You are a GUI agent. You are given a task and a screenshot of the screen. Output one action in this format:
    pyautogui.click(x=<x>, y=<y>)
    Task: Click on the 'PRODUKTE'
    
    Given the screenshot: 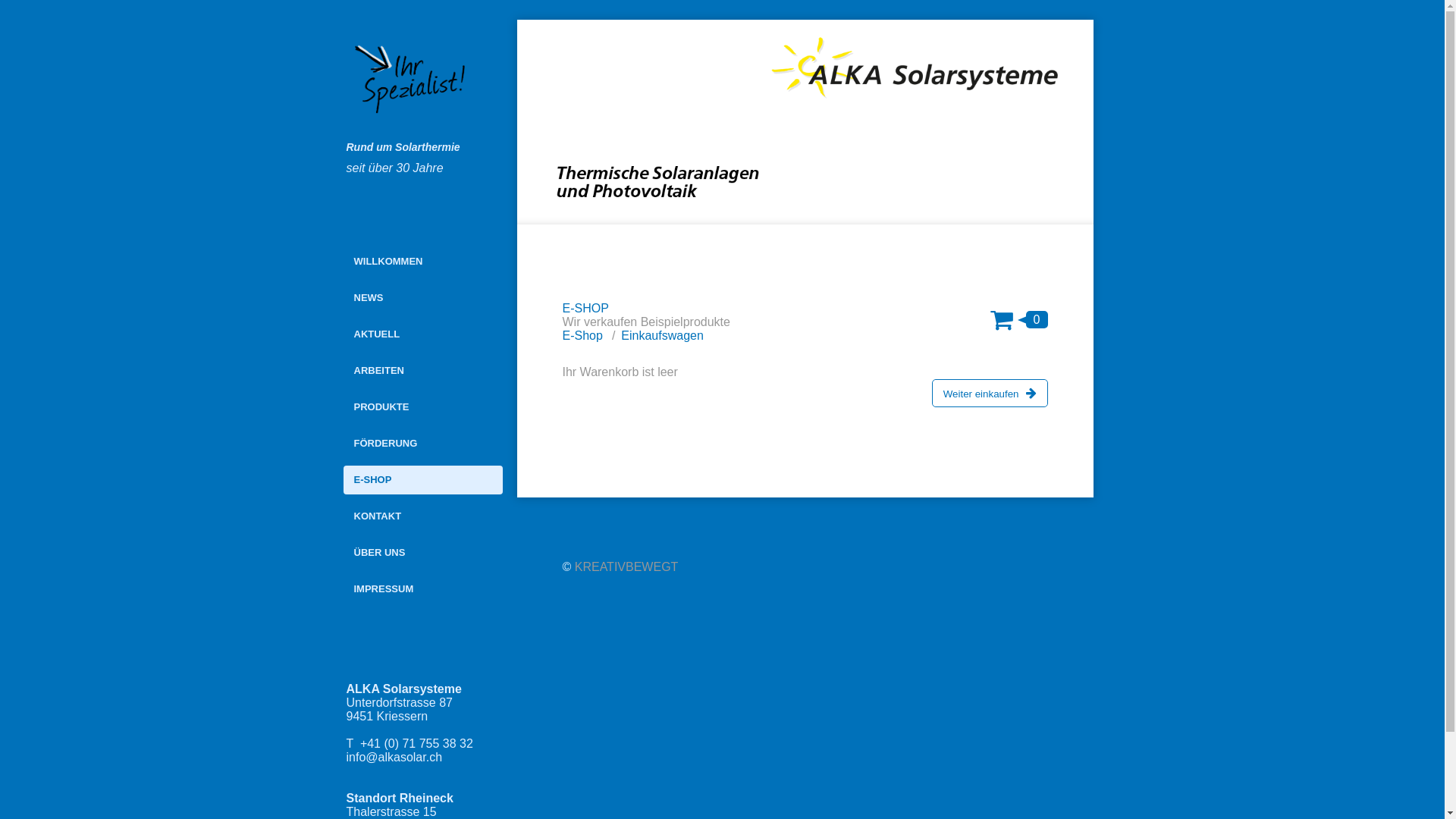 What is the action you would take?
    pyautogui.click(x=341, y=406)
    